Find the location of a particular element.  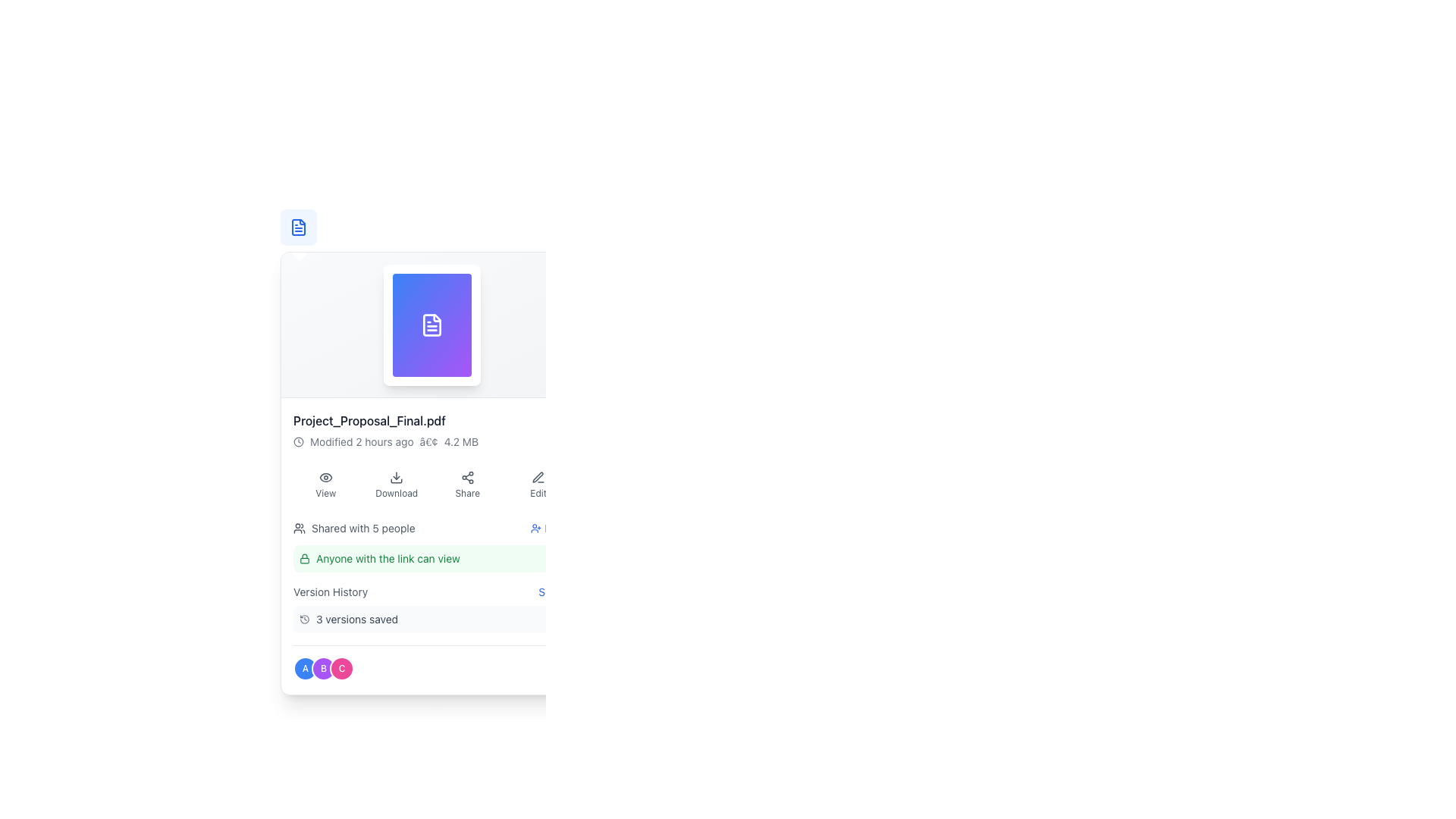

the invite button located on the right side of the section displaying 'Shared with 5 people' to invite a user is located at coordinates (550, 528).